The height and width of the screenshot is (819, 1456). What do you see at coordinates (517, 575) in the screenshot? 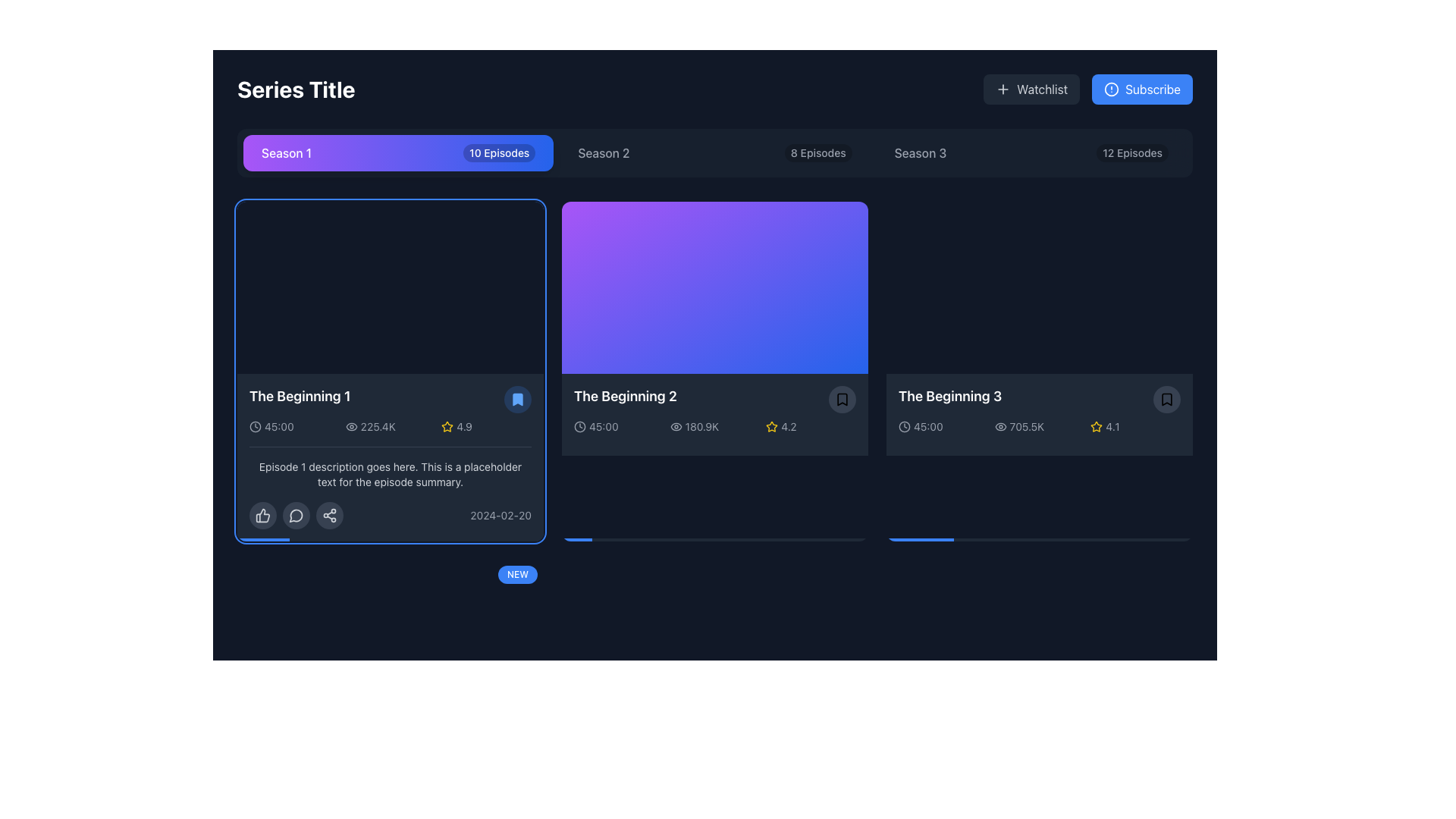
I see `the small blue pill-shaped button labeled 'NEW' located in the top-right corner of the card displaying series or episode information` at bounding box center [517, 575].